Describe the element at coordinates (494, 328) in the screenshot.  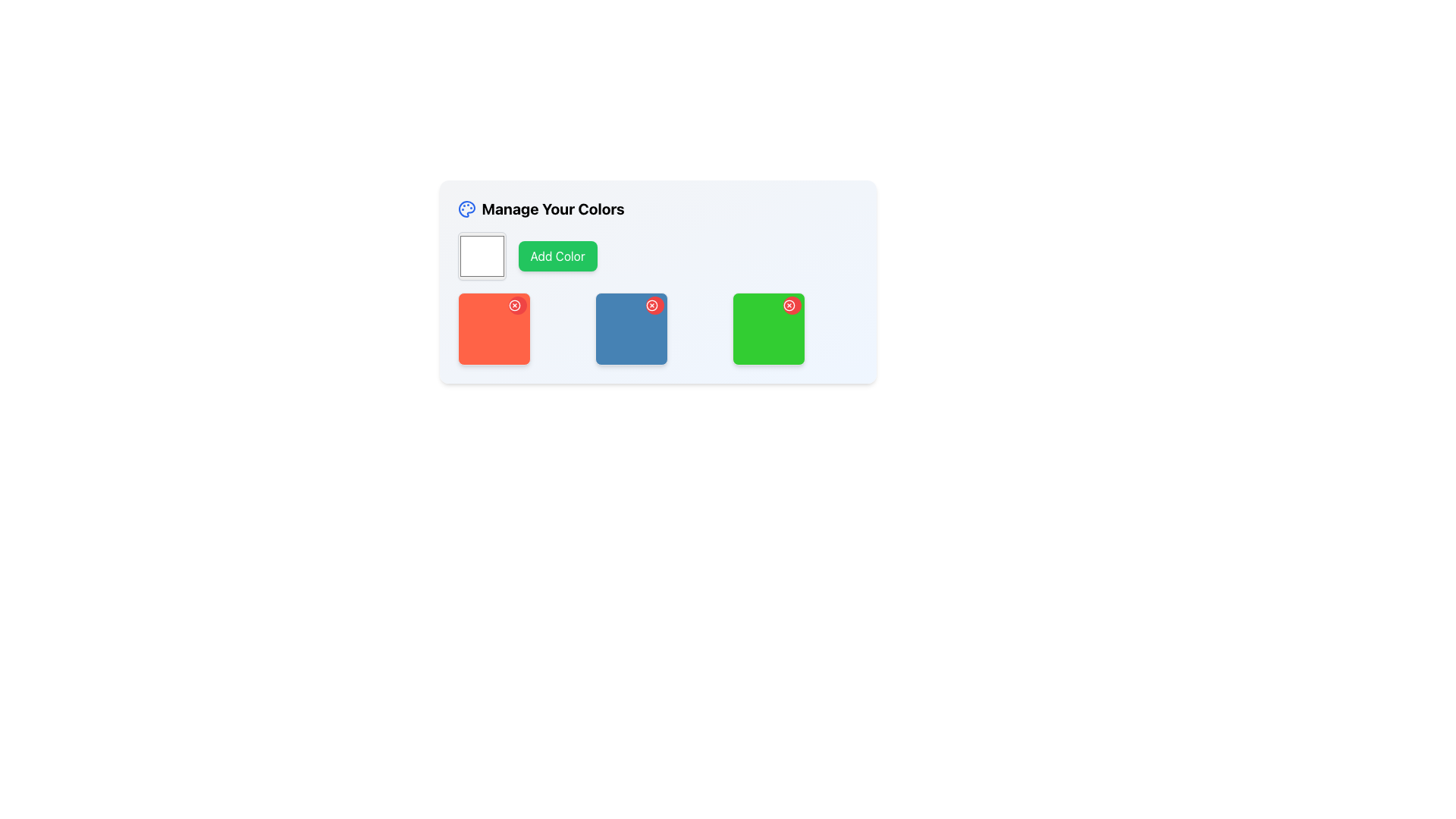
I see `the Color Block with Interactive Button, which is a rounded rectangle with a red background and a white border, located in the bottom section of the Manage Your Colors interface` at that location.